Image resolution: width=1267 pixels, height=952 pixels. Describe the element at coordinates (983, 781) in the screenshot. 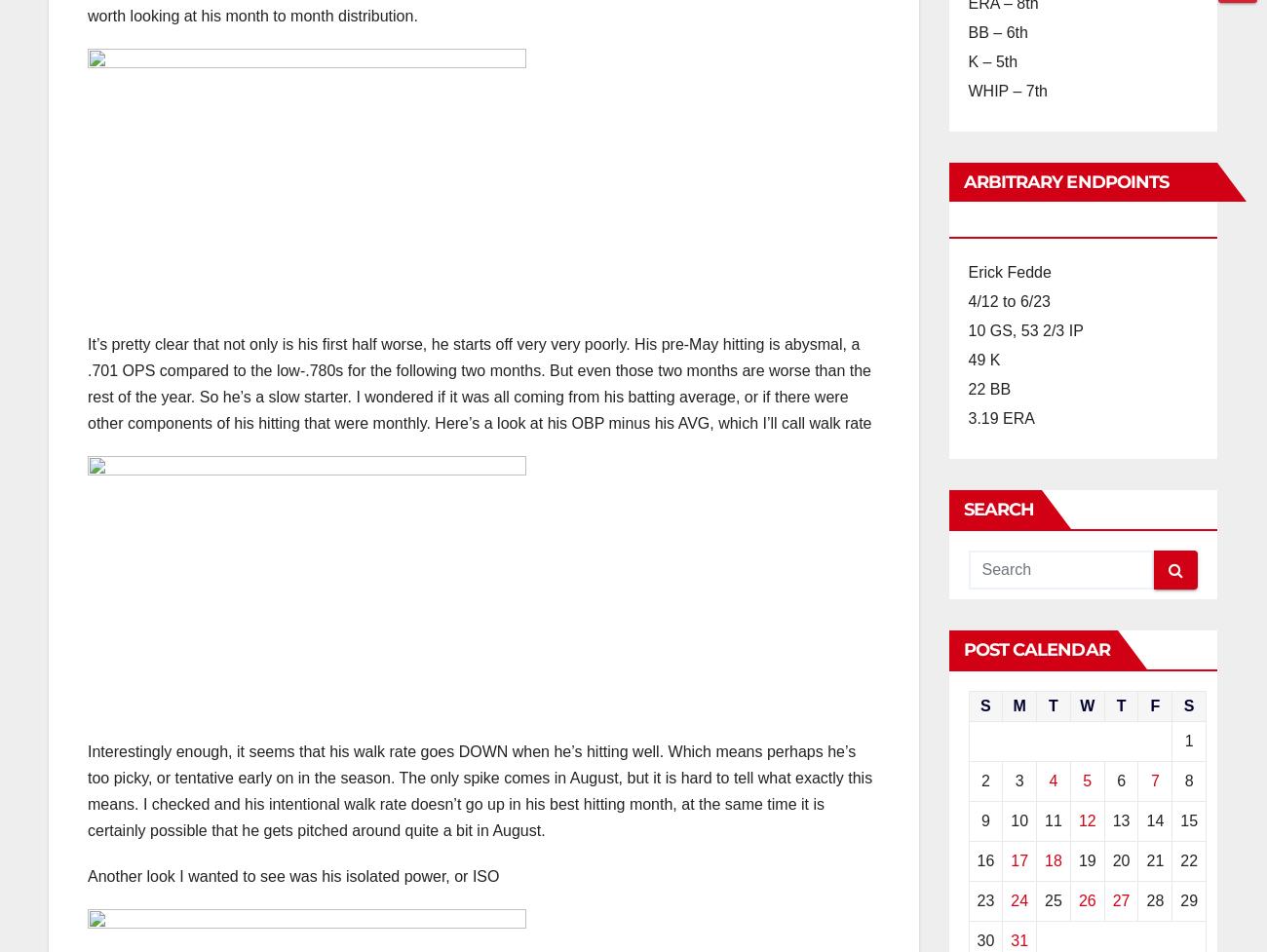

I see `'2'` at that location.